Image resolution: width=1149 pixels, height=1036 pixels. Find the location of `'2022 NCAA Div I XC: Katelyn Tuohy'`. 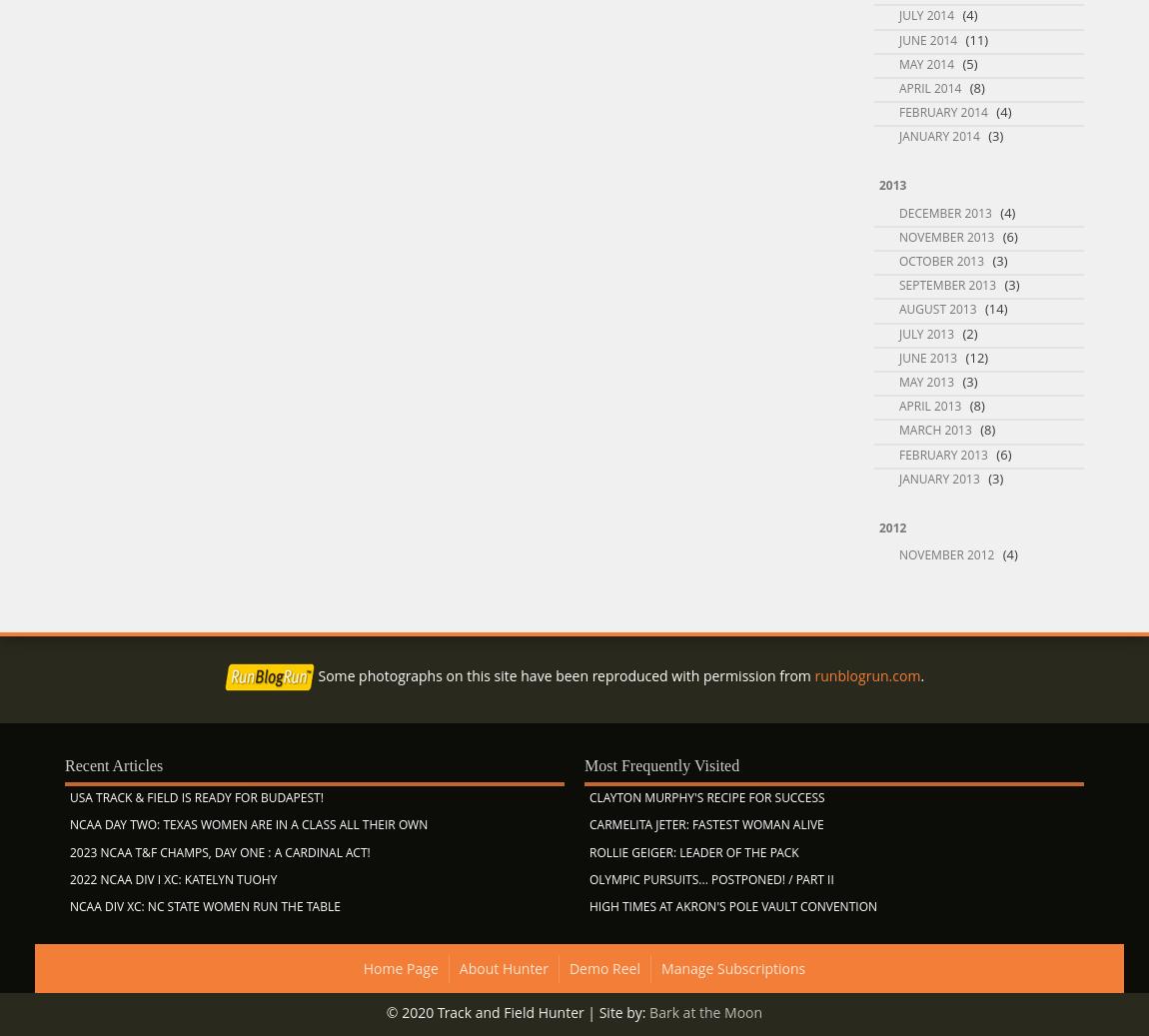

'2022 NCAA Div I XC: Katelyn Tuohy' is located at coordinates (172, 878).